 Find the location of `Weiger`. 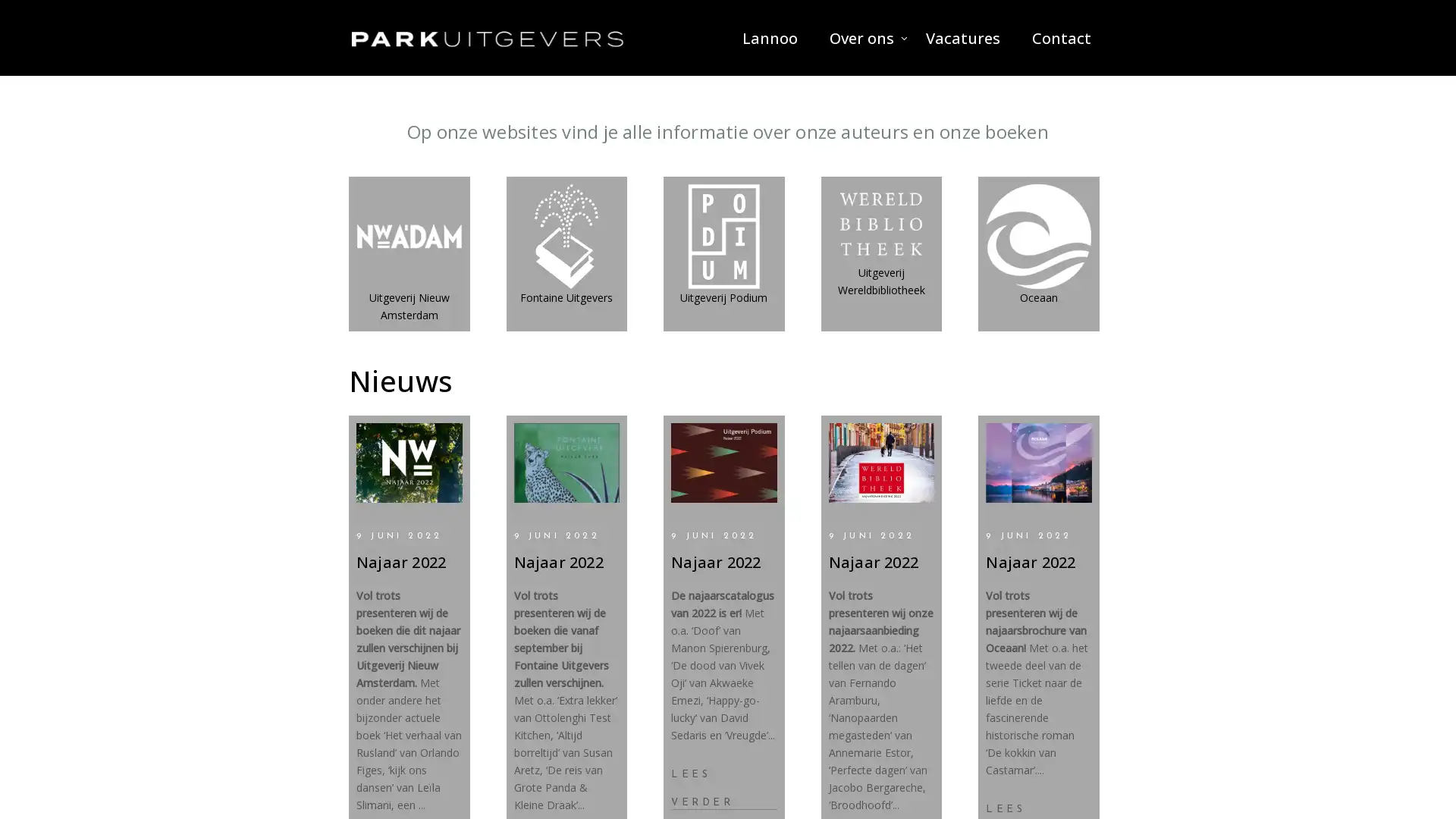

Weiger is located at coordinates (728, 463).